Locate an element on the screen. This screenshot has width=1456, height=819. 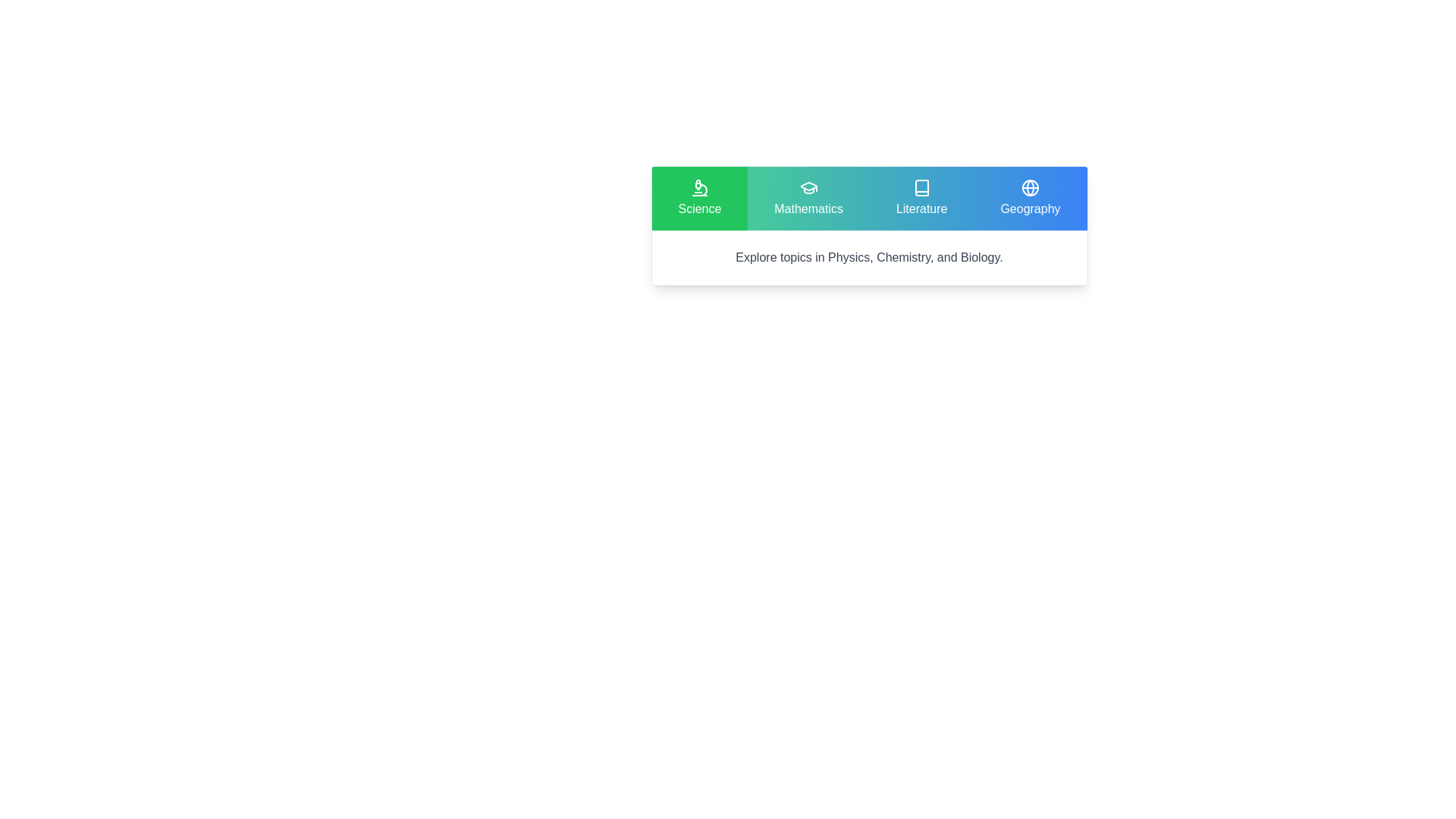
the graduation cap icon with a teal background located in the 'Mathematics' section of the navigation bar is located at coordinates (808, 187).